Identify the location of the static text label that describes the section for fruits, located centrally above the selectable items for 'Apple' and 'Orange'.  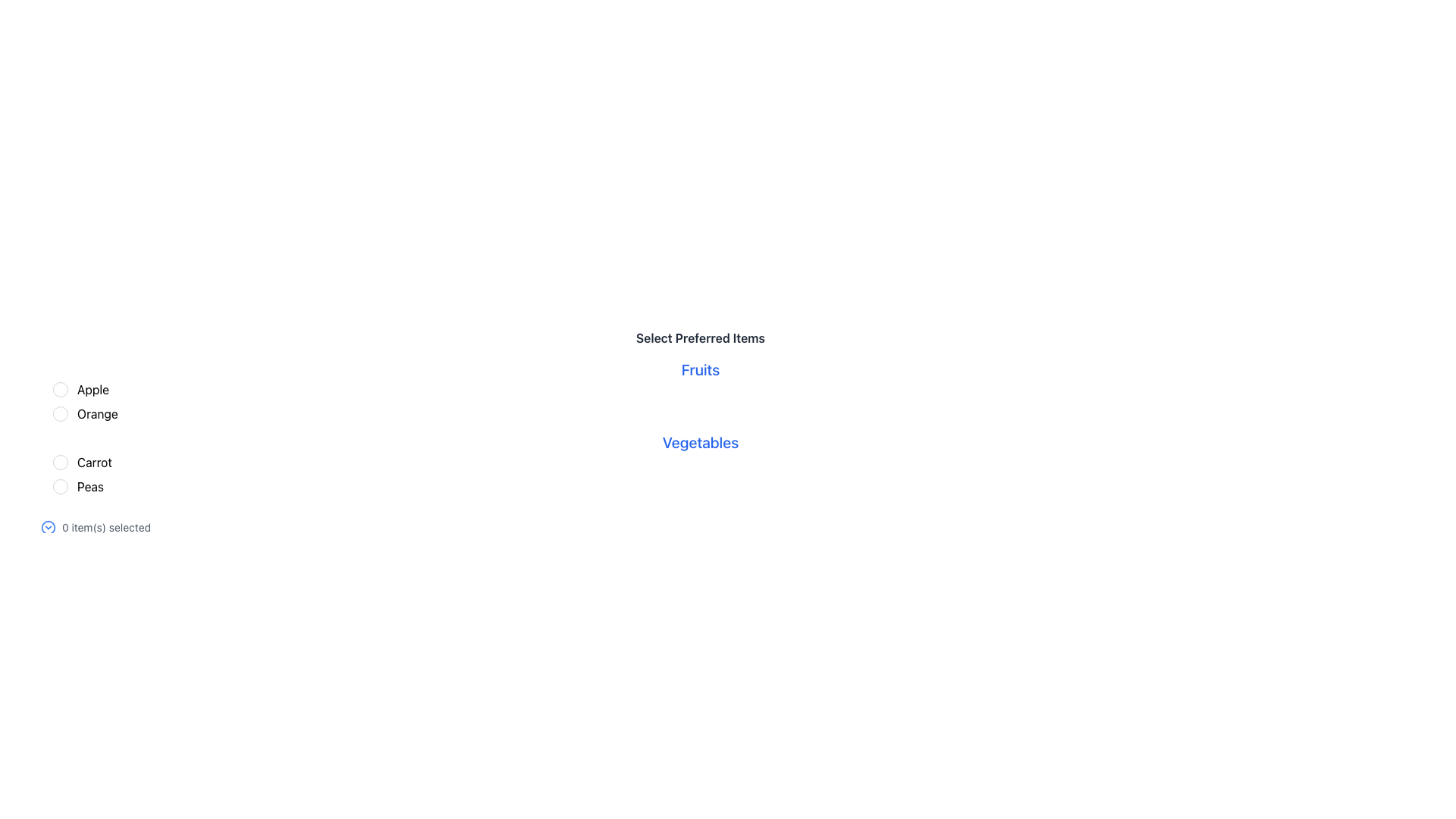
(700, 370).